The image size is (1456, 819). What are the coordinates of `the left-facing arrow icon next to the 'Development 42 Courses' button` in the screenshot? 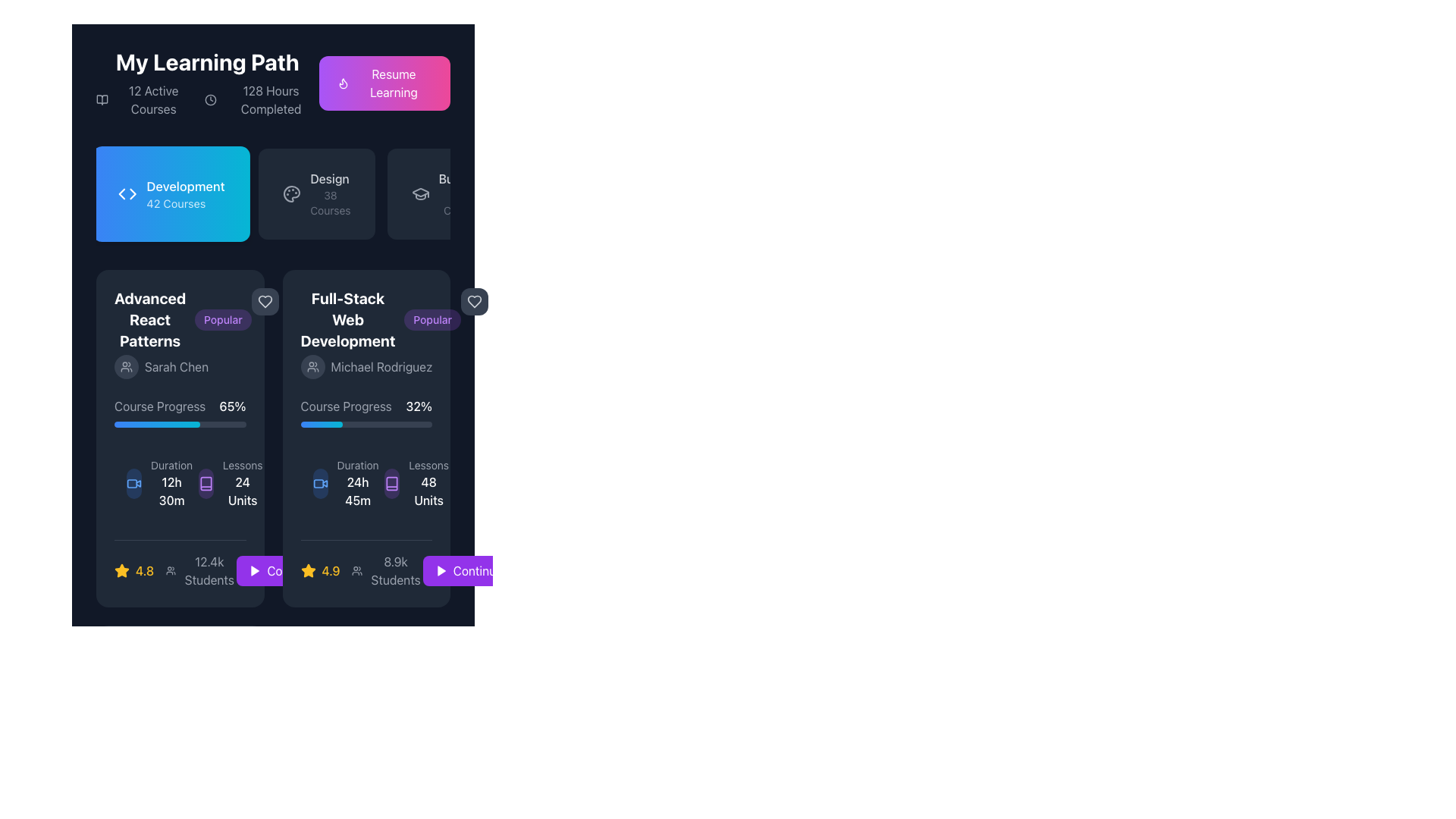 It's located at (133, 193).